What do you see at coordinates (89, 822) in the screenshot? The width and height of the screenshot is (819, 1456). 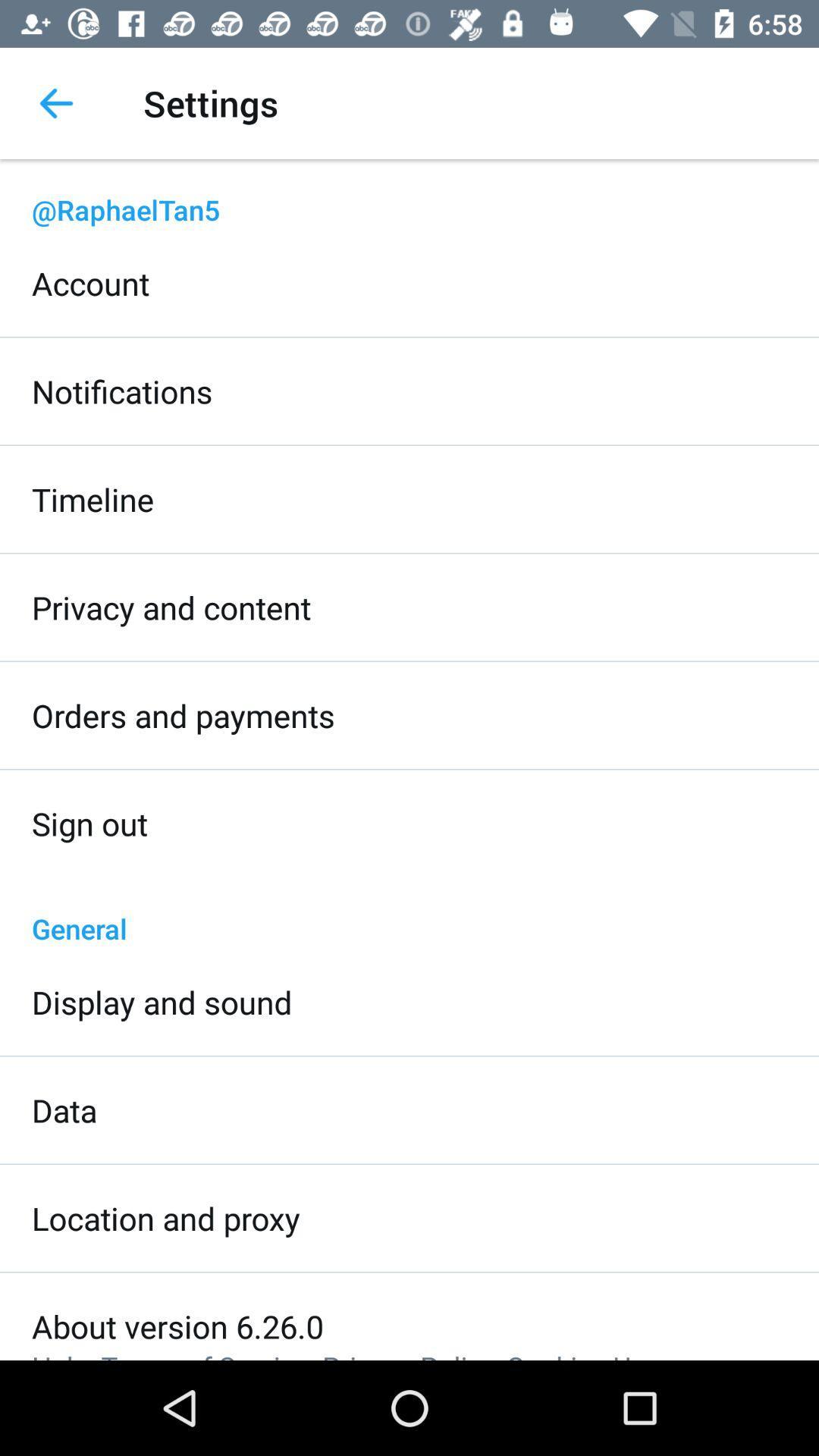 I see `icon above general` at bounding box center [89, 822].